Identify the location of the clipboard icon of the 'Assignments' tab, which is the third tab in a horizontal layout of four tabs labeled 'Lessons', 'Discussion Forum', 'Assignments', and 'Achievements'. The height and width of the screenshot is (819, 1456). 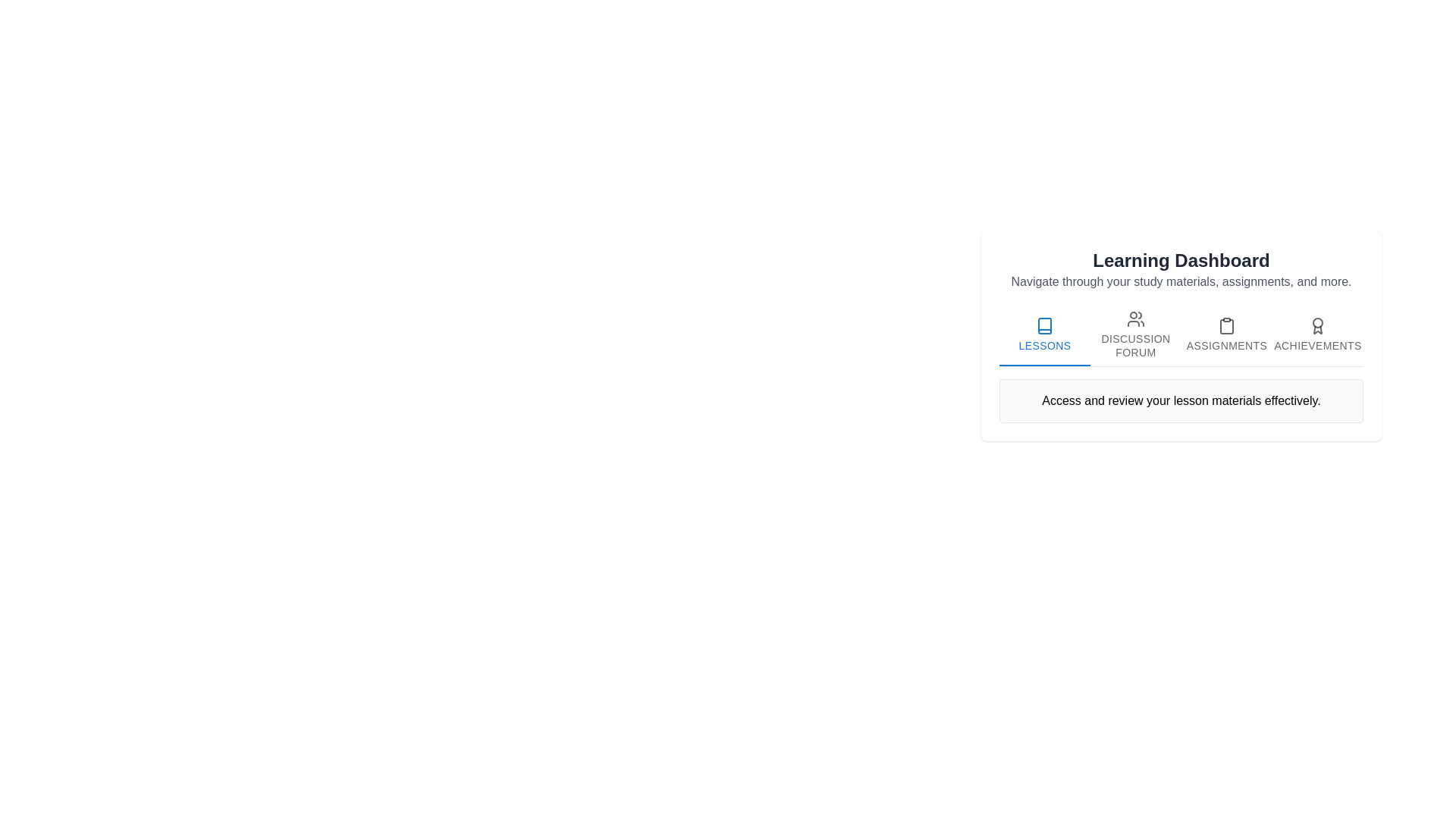
(1226, 324).